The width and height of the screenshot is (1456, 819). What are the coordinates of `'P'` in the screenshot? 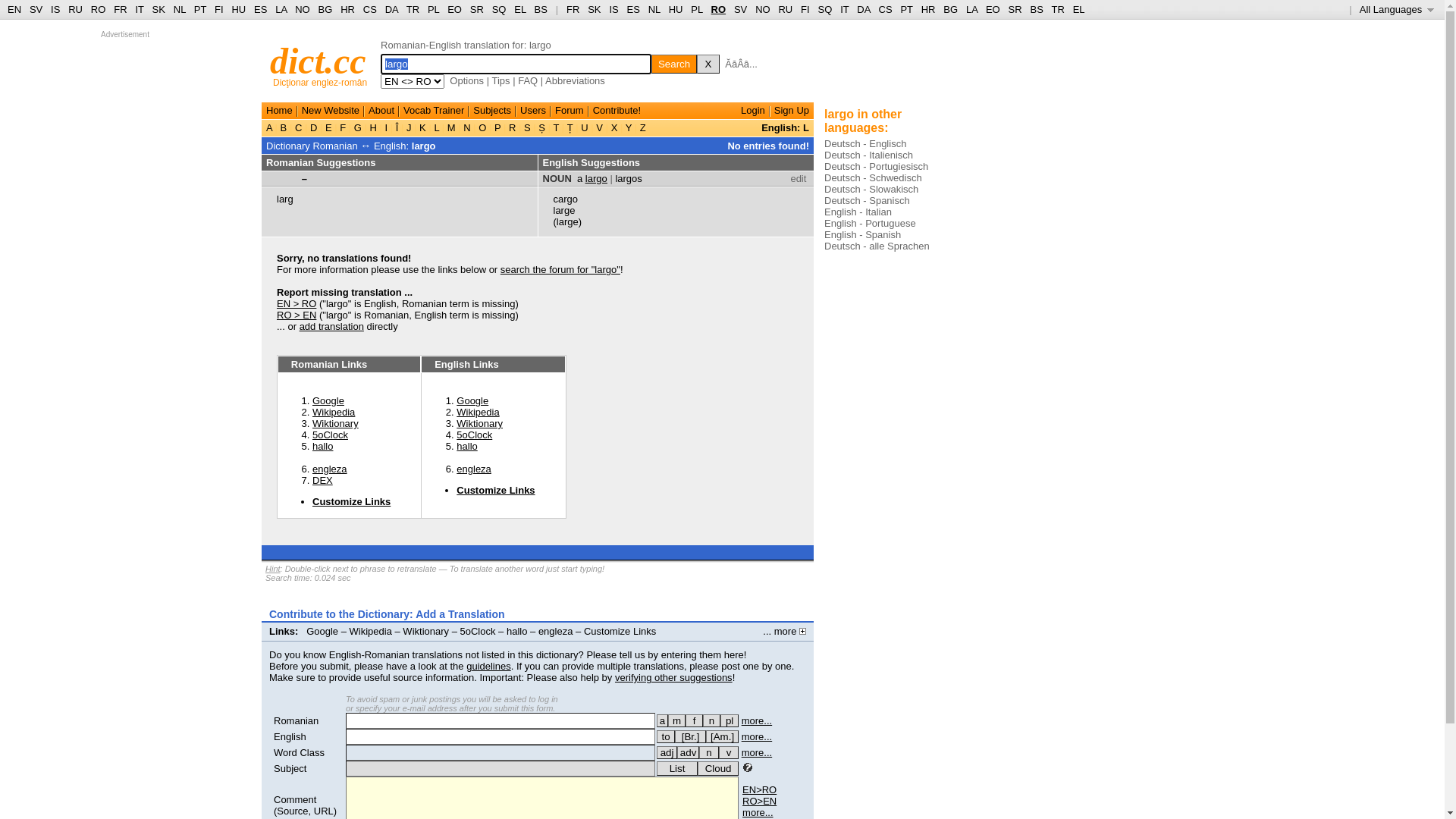 It's located at (497, 127).